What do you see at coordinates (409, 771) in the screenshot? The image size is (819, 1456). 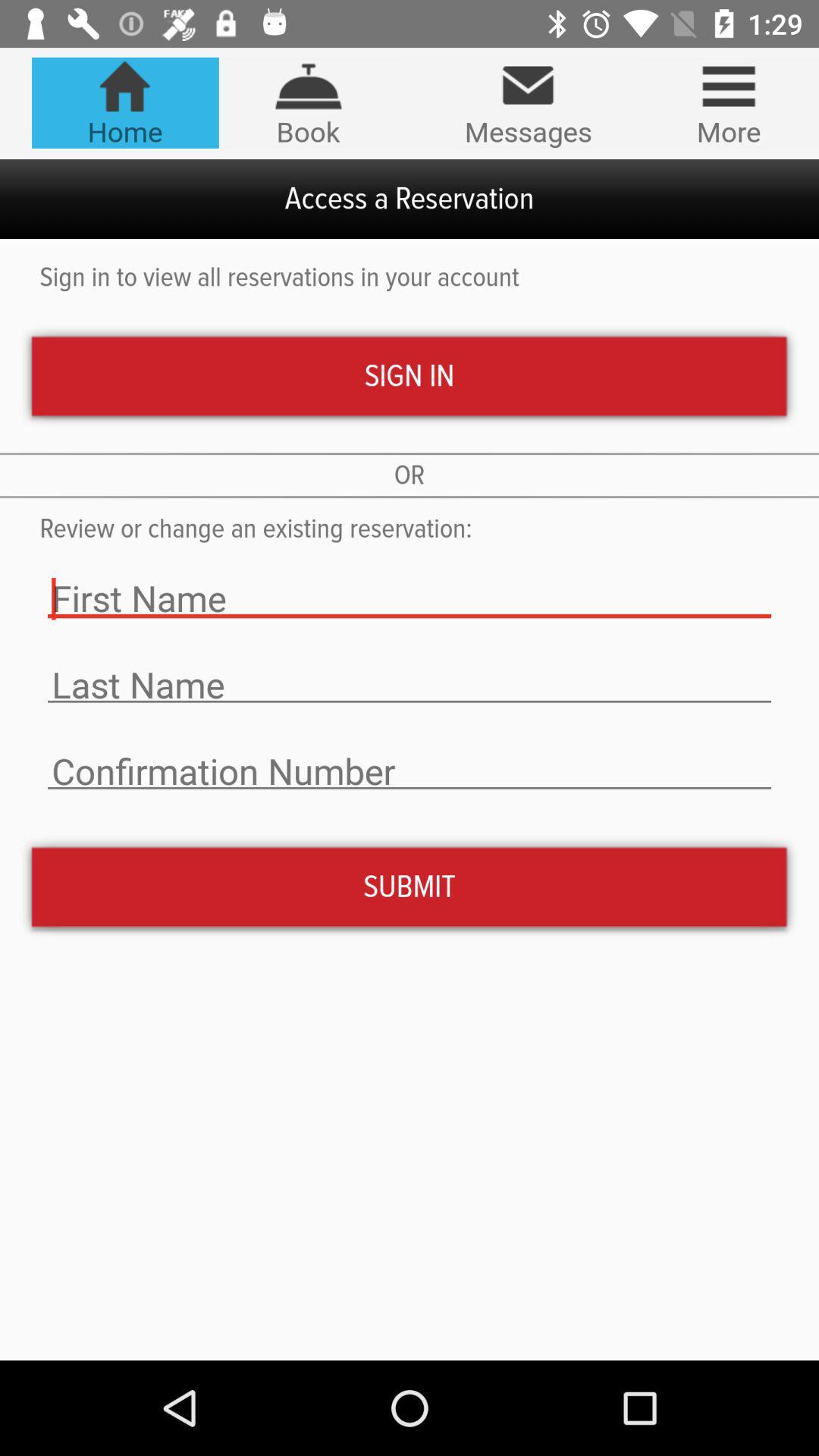 I see `the confirmation number field` at bounding box center [409, 771].